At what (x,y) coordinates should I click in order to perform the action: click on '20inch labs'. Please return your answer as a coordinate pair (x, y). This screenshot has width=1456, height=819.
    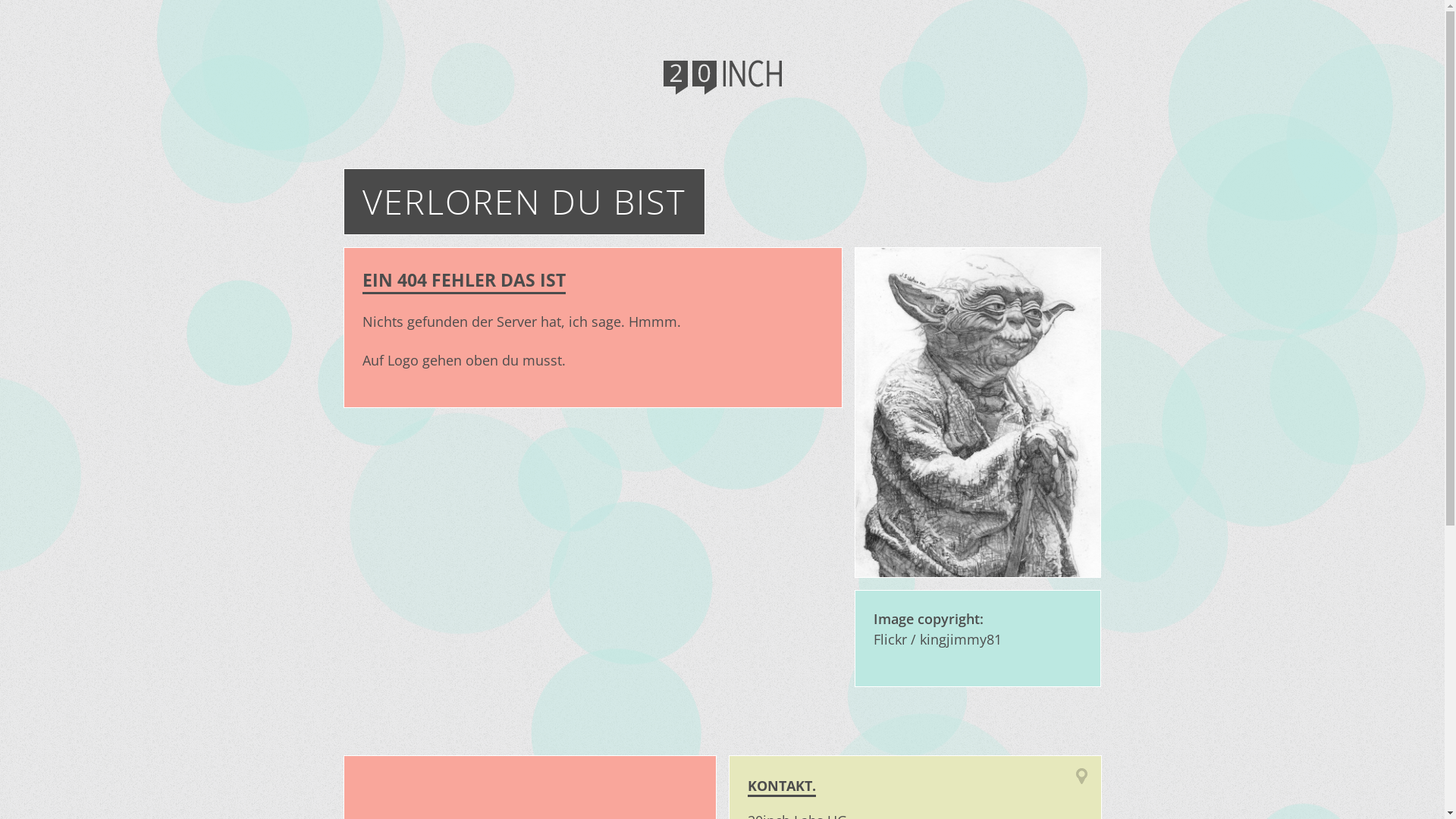
    Looking at the image, I should click on (720, 79).